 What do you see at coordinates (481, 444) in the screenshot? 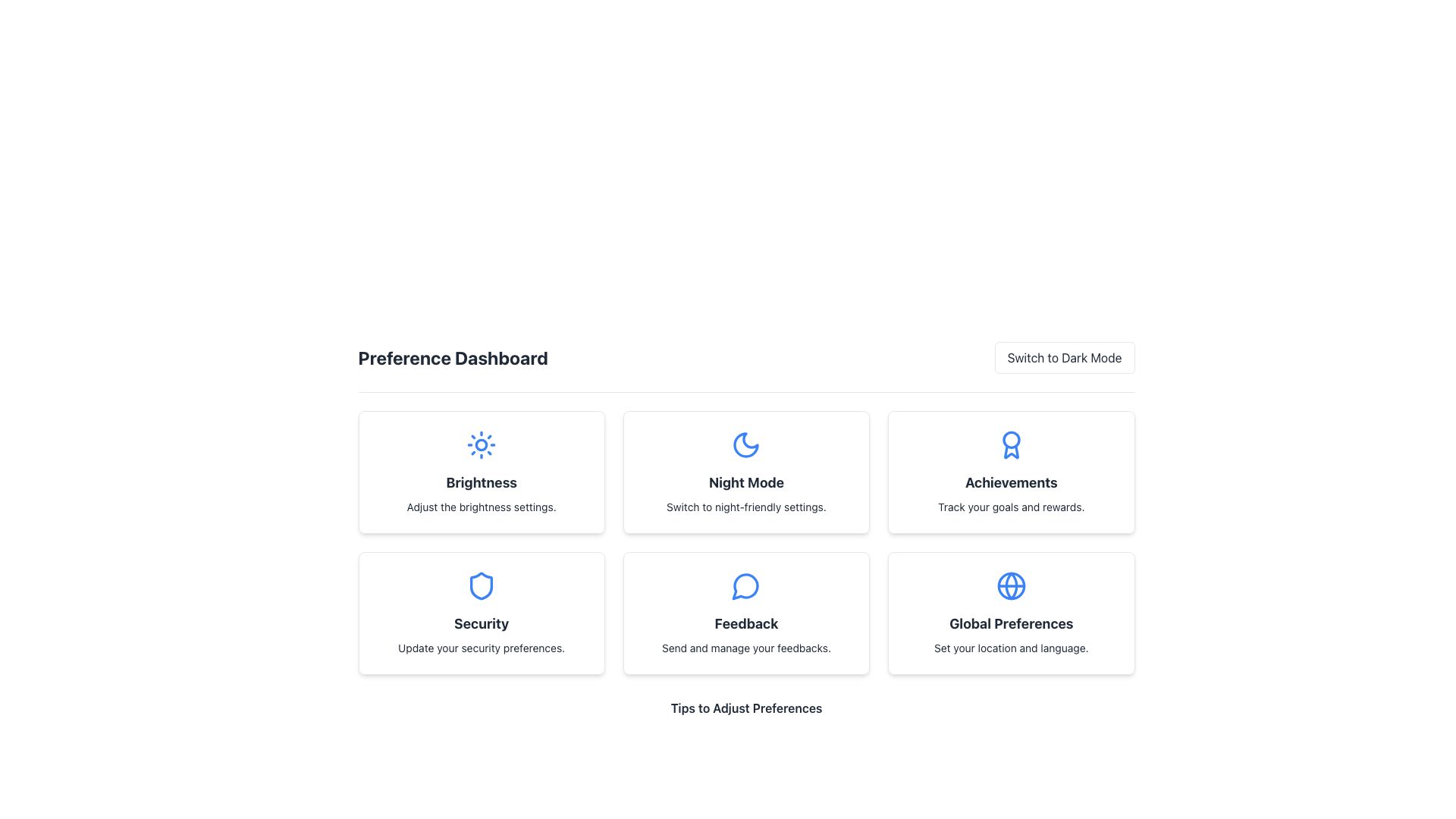
I see `the 'Brightness' setting icon, which is the first item in the grid of settings options located at the top left of the interface` at bounding box center [481, 444].